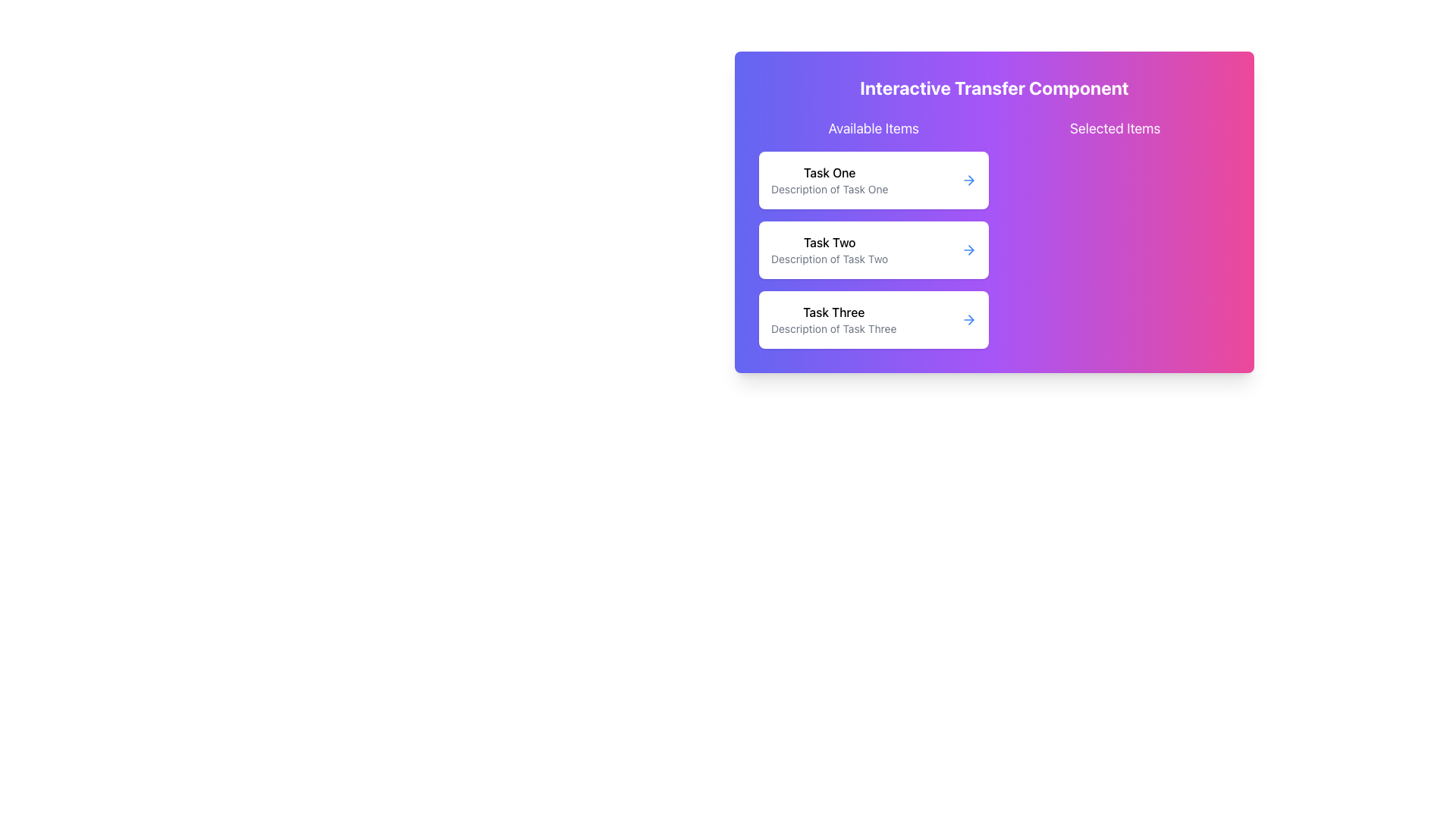 This screenshot has height=819, width=1456. Describe the element at coordinates (829, 189) in the screenshot. I see `text label that contains 'Description of Task One', which is styled in a smaller font size and a lighter gray color, located immediately beneath the bold text 'Task One' in the topmost card of the task list` at that location.